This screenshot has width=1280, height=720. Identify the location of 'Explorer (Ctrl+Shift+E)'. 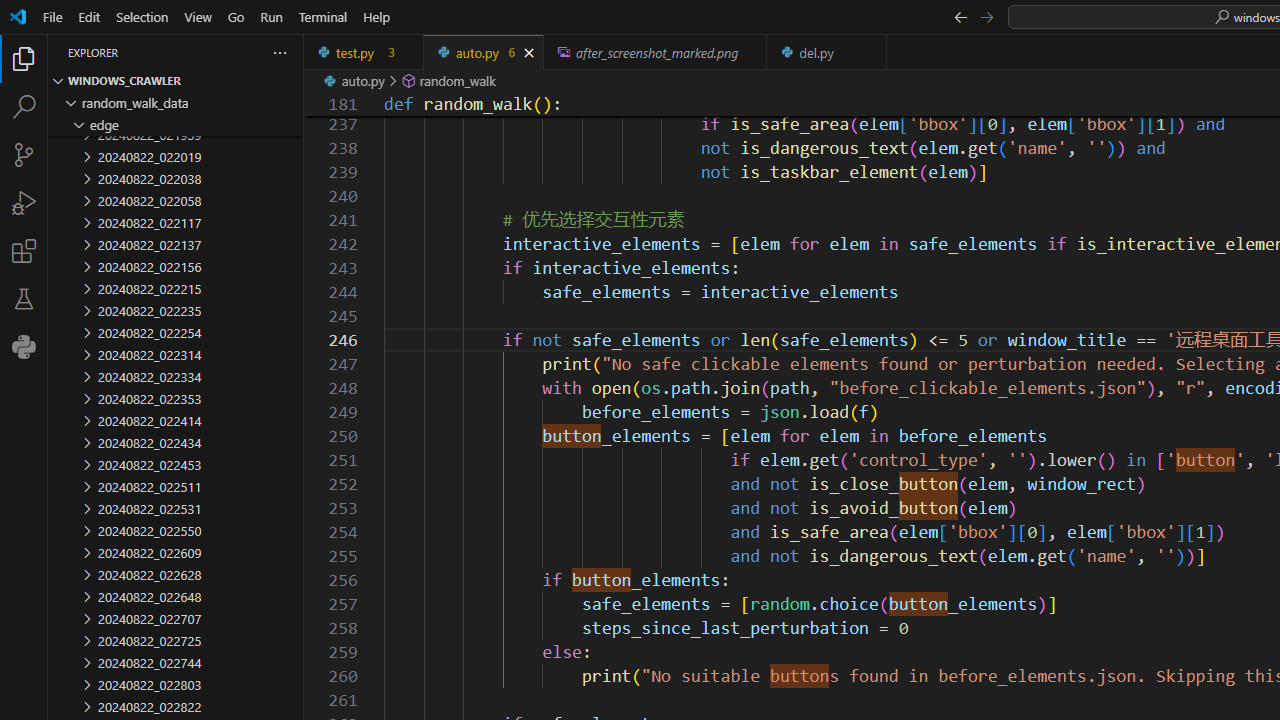
(24, 58).